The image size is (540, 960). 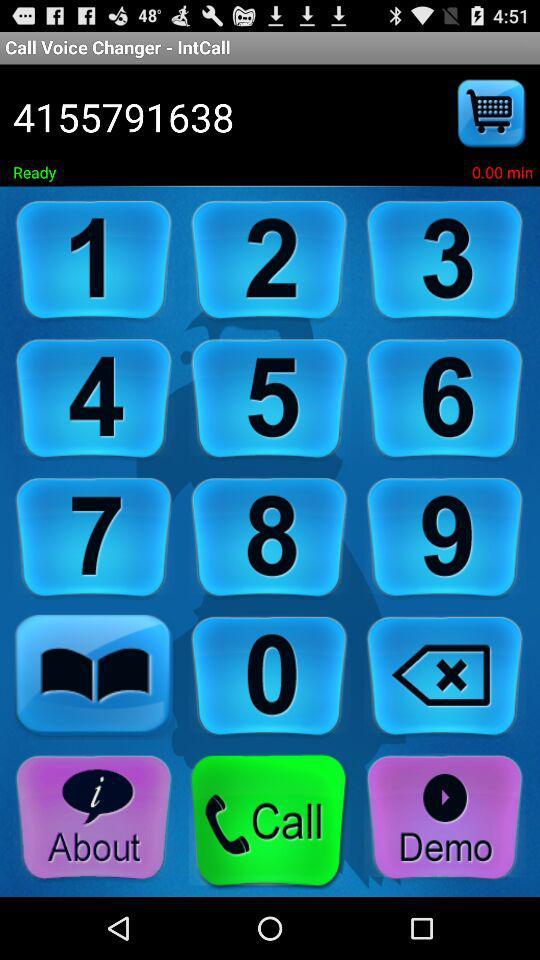 I want to click on contact button, so click(x=93, y=677).